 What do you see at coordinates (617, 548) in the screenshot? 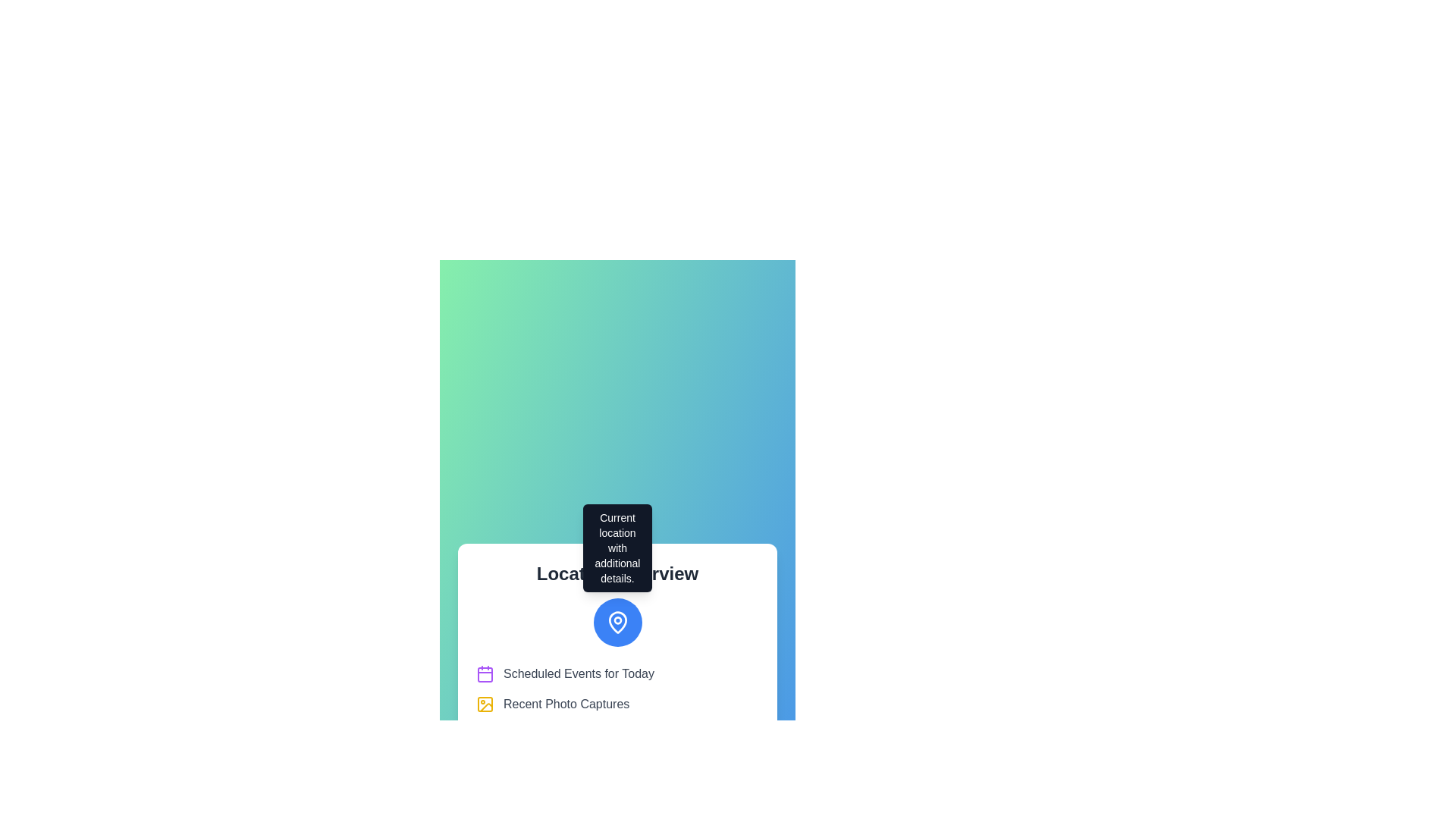
I see `the tooltip with the message 'Current location with additional details.', which is a rectangular box with a dark background and white text, located above a circular pin icon` at bounding box center [617, 548].